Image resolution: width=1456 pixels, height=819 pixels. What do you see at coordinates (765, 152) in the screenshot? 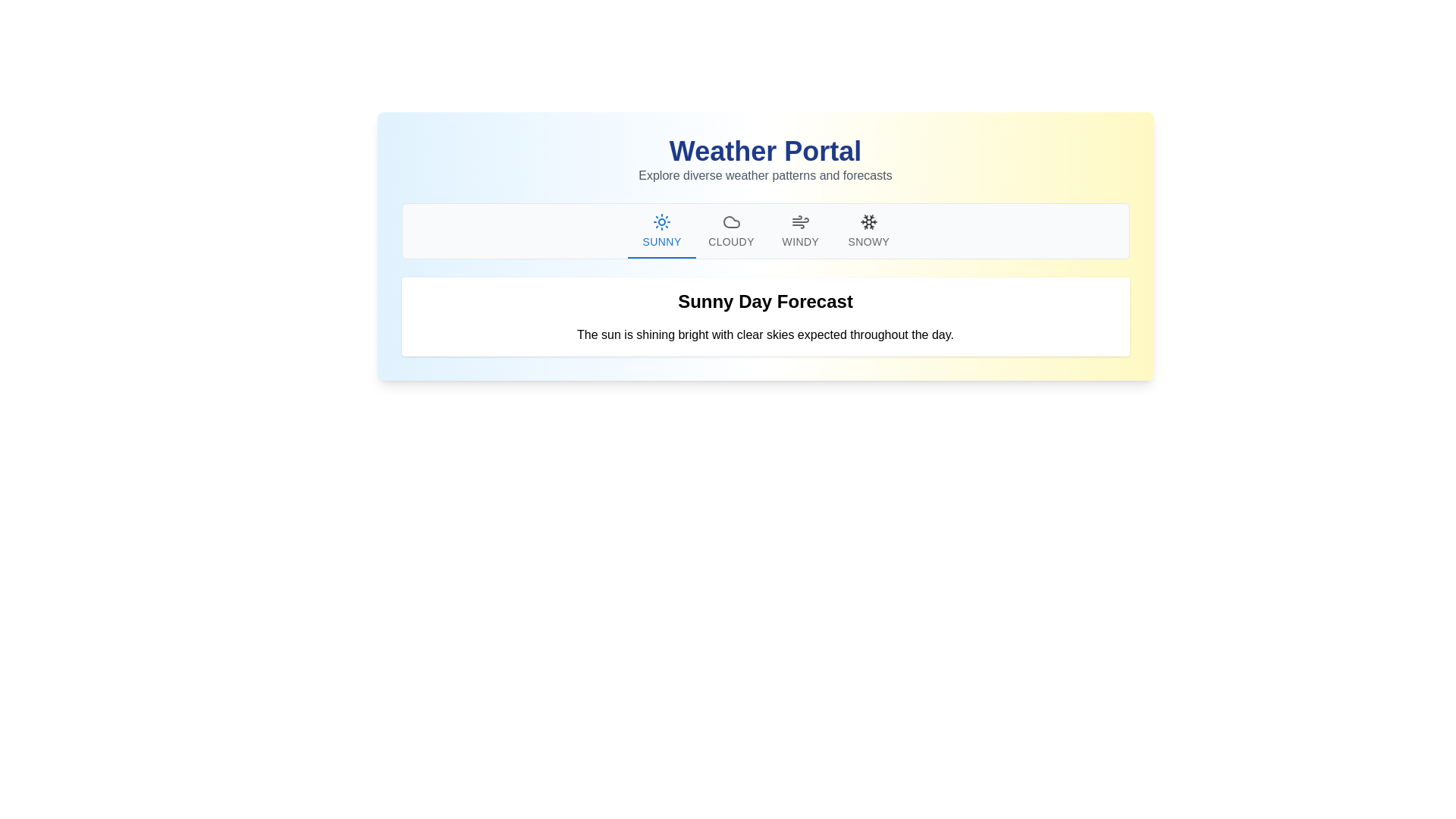
I see `the title text element that identifies the application as a weather-related portal, which is positioned at the top of the page above the subtitle` at bounding box center [765, 152].